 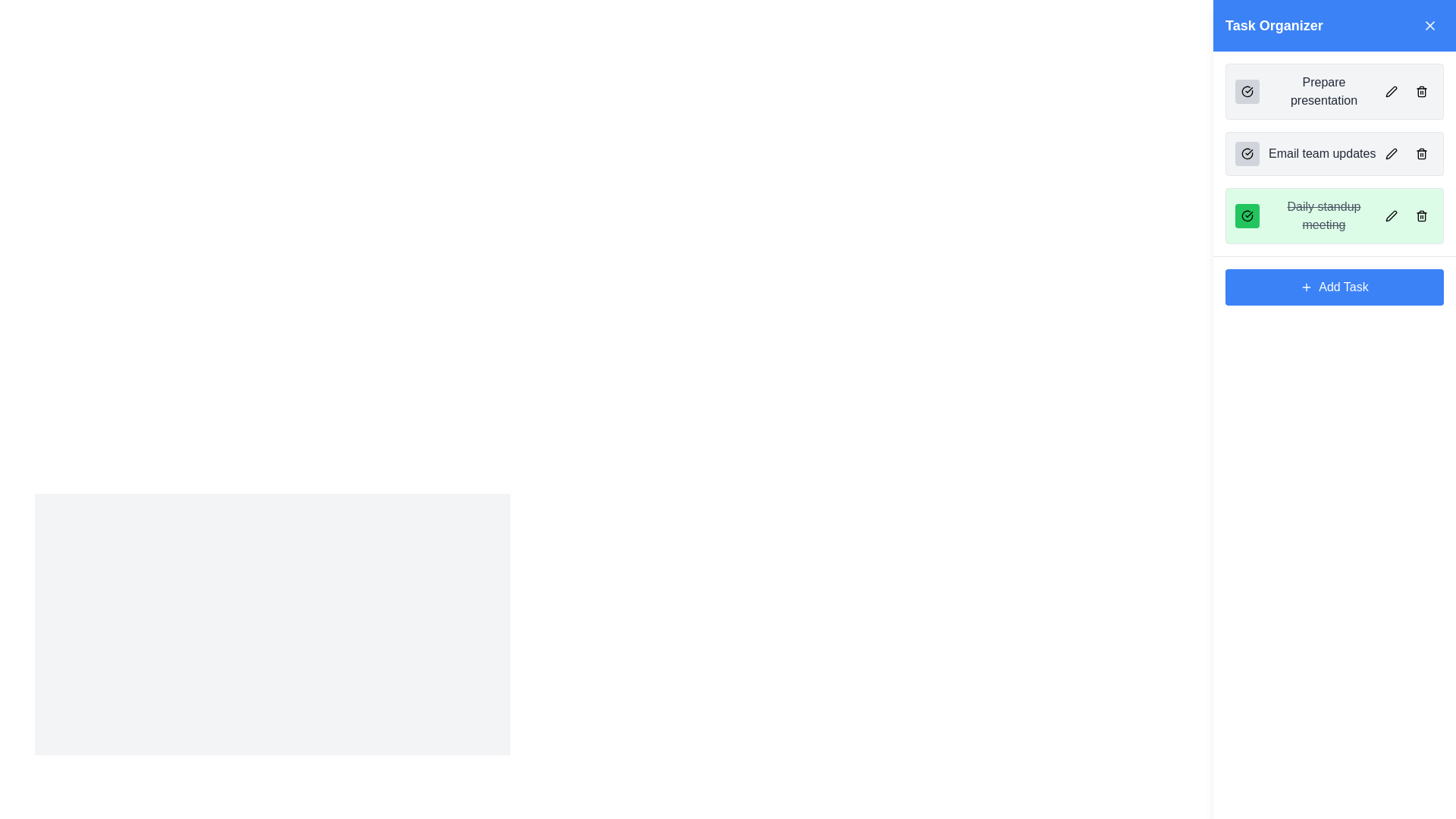 I want to click on the edit icon, which is a small pen-like icon located within the task organizer interface for the task titled 'Daily standup meeting', so click(x=1391, y=215).